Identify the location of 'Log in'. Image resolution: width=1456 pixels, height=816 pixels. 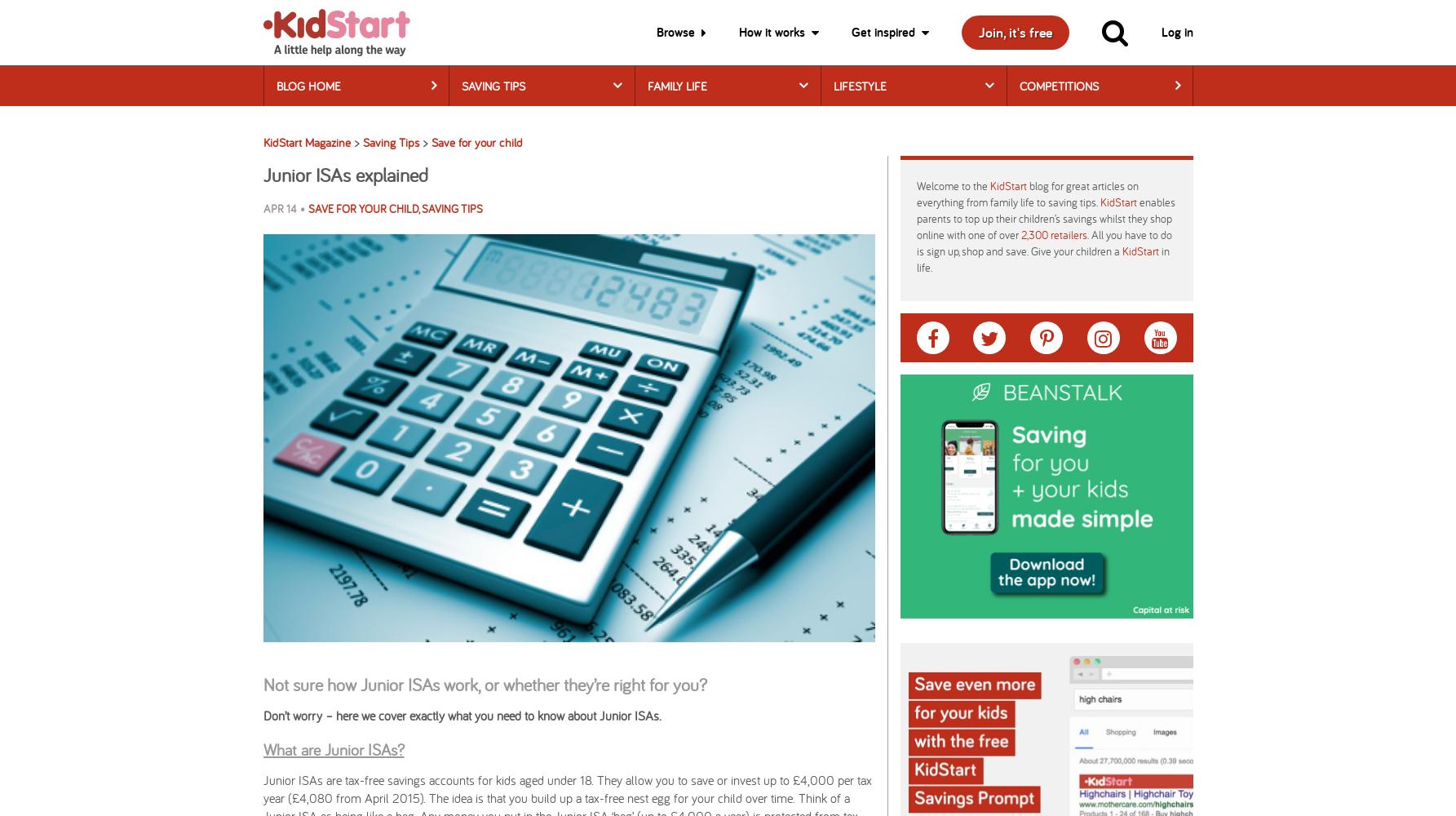
(1175, 32).